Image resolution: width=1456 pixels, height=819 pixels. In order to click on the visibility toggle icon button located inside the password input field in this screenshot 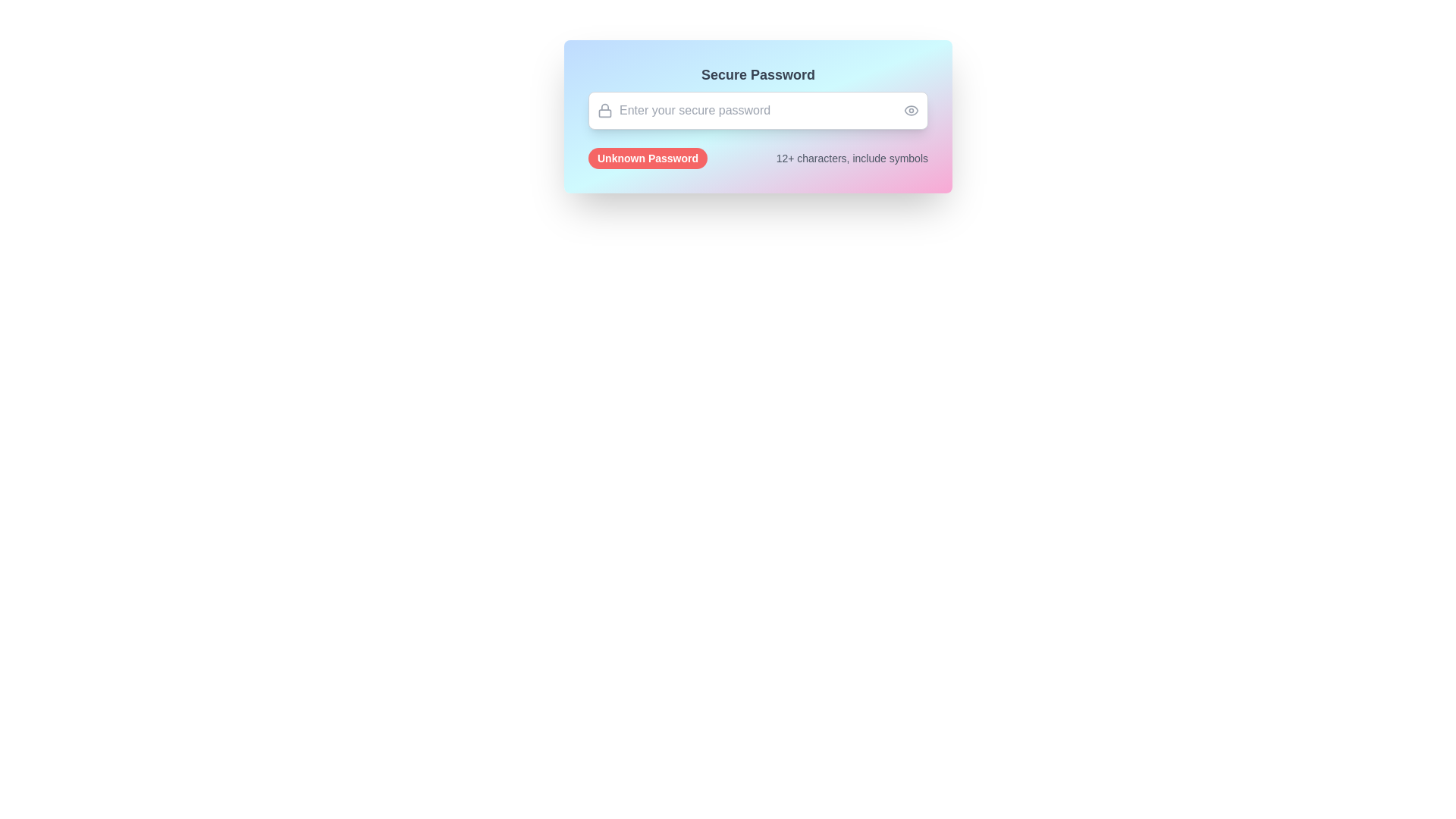, I will do `click(910, 110)`.